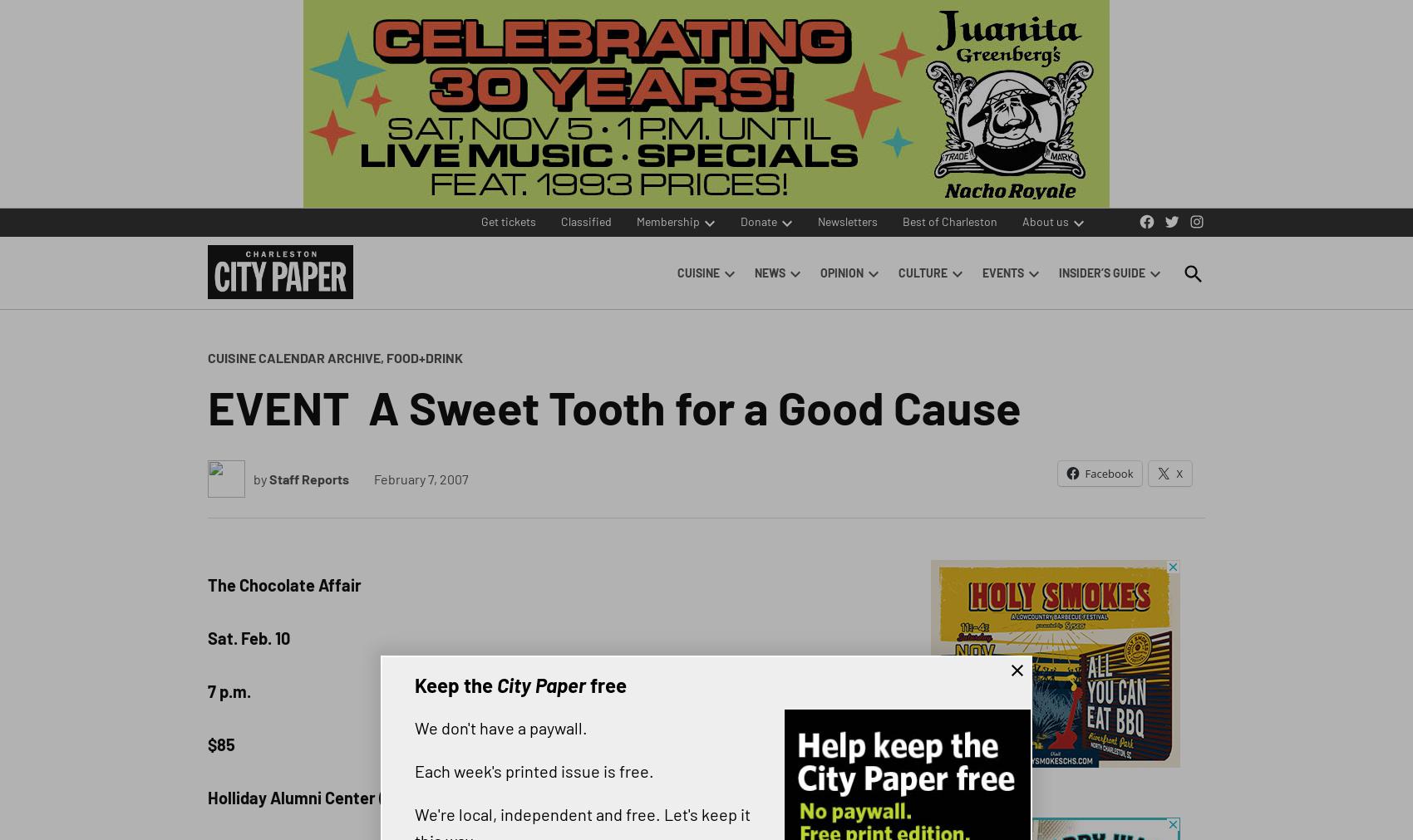  I want to click on 'EVENT ‌ A Sweet Tooth for a Good Cause', so click(614, 405).